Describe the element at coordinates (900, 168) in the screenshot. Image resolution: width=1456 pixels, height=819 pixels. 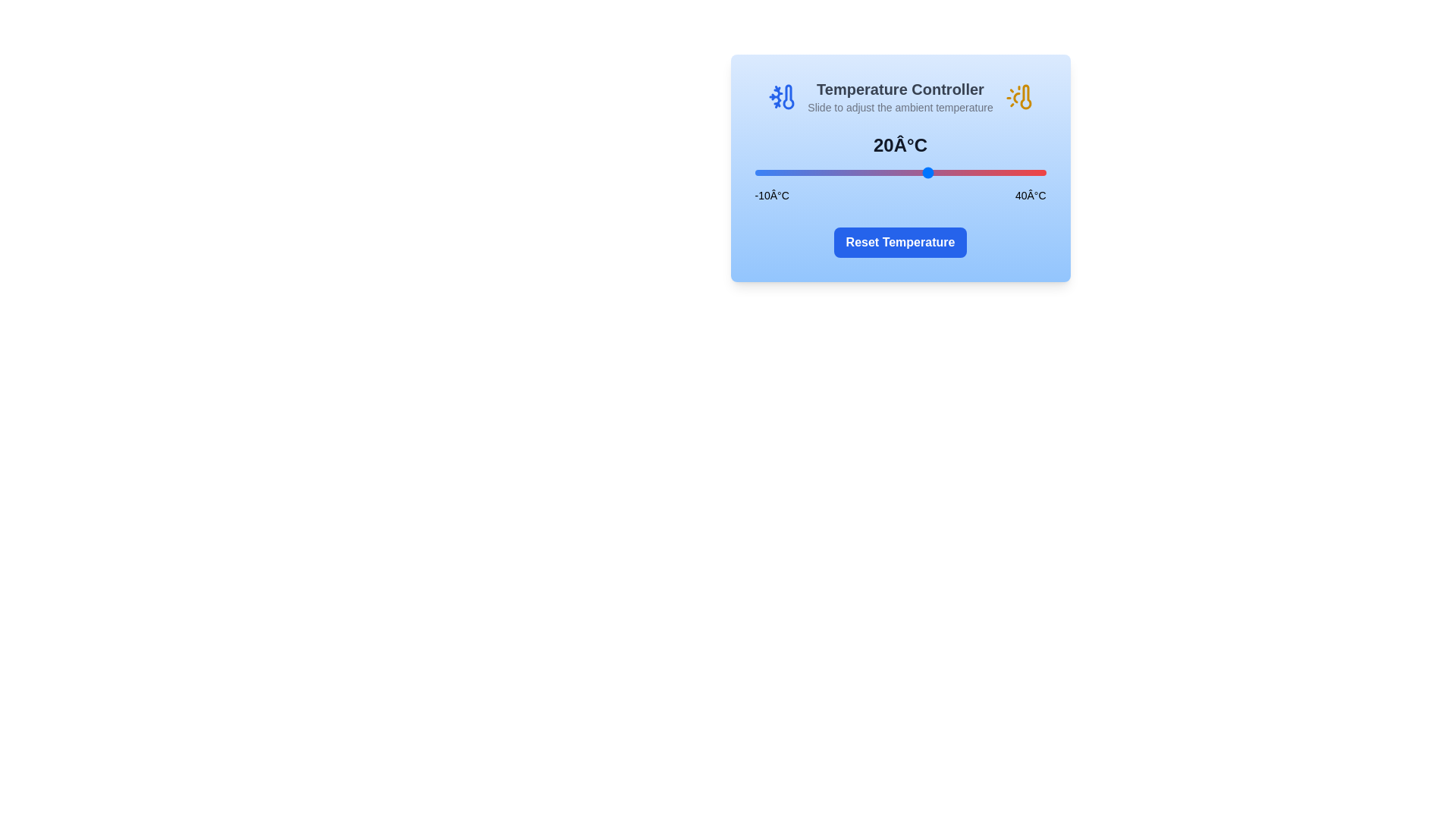
I see `the light blue panel titled 'Temperature Controller'` at that location.